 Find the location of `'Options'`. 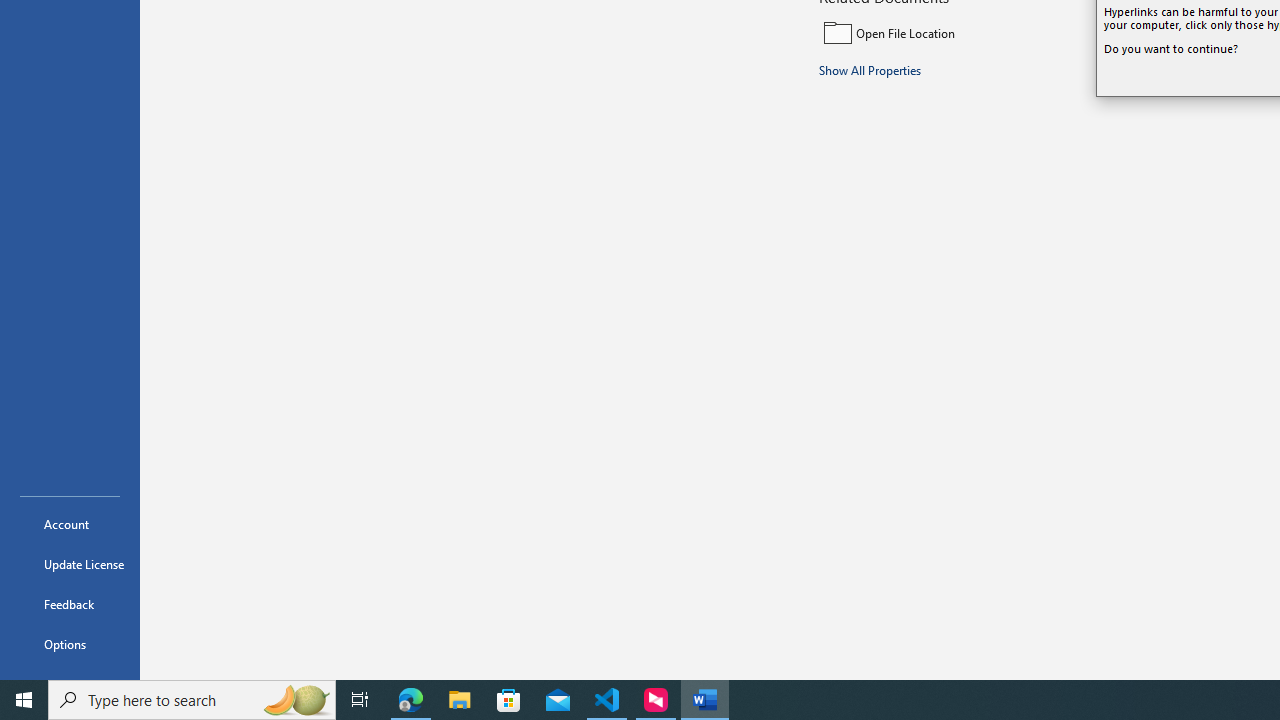

'Options' is located at coordinates (69, 644).